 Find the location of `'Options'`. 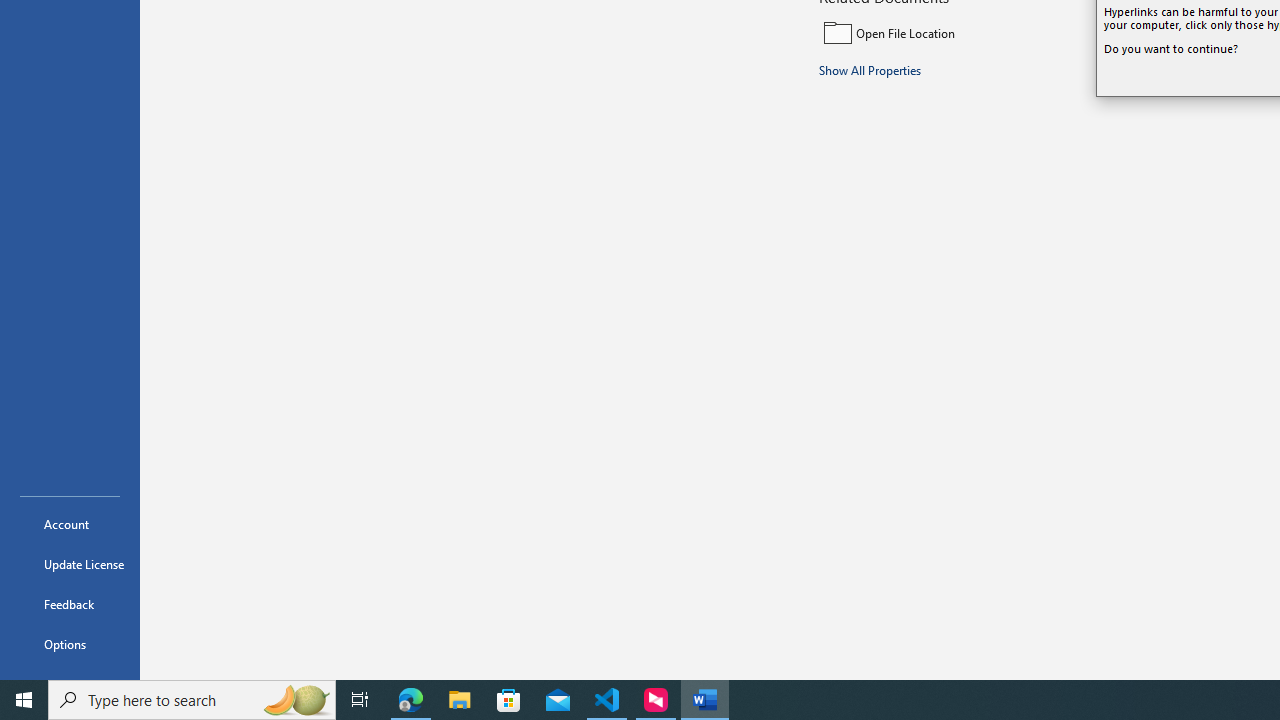

'Options' is located at coordinates (69, 644).